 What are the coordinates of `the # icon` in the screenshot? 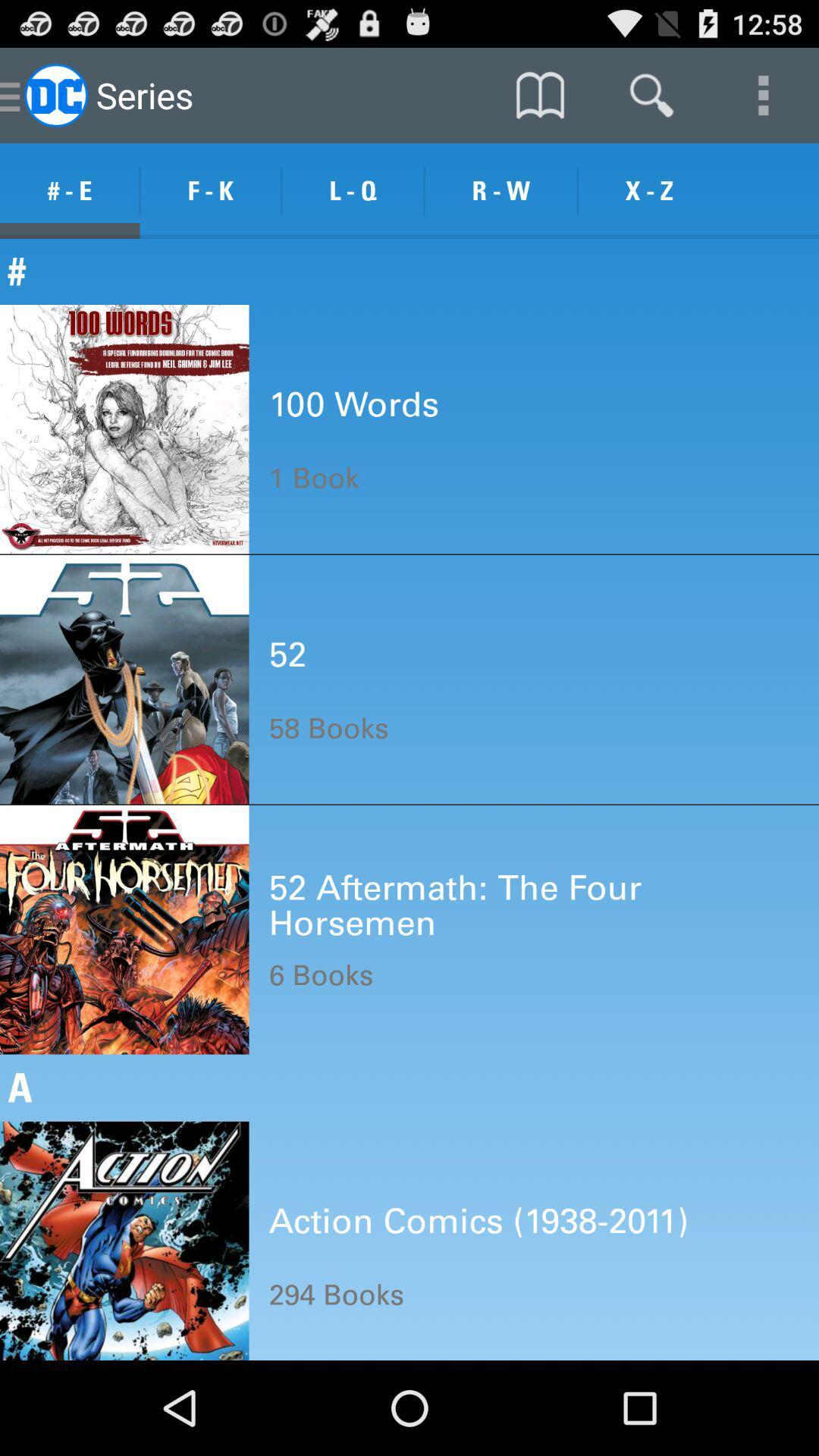 It's located at (409, 271).